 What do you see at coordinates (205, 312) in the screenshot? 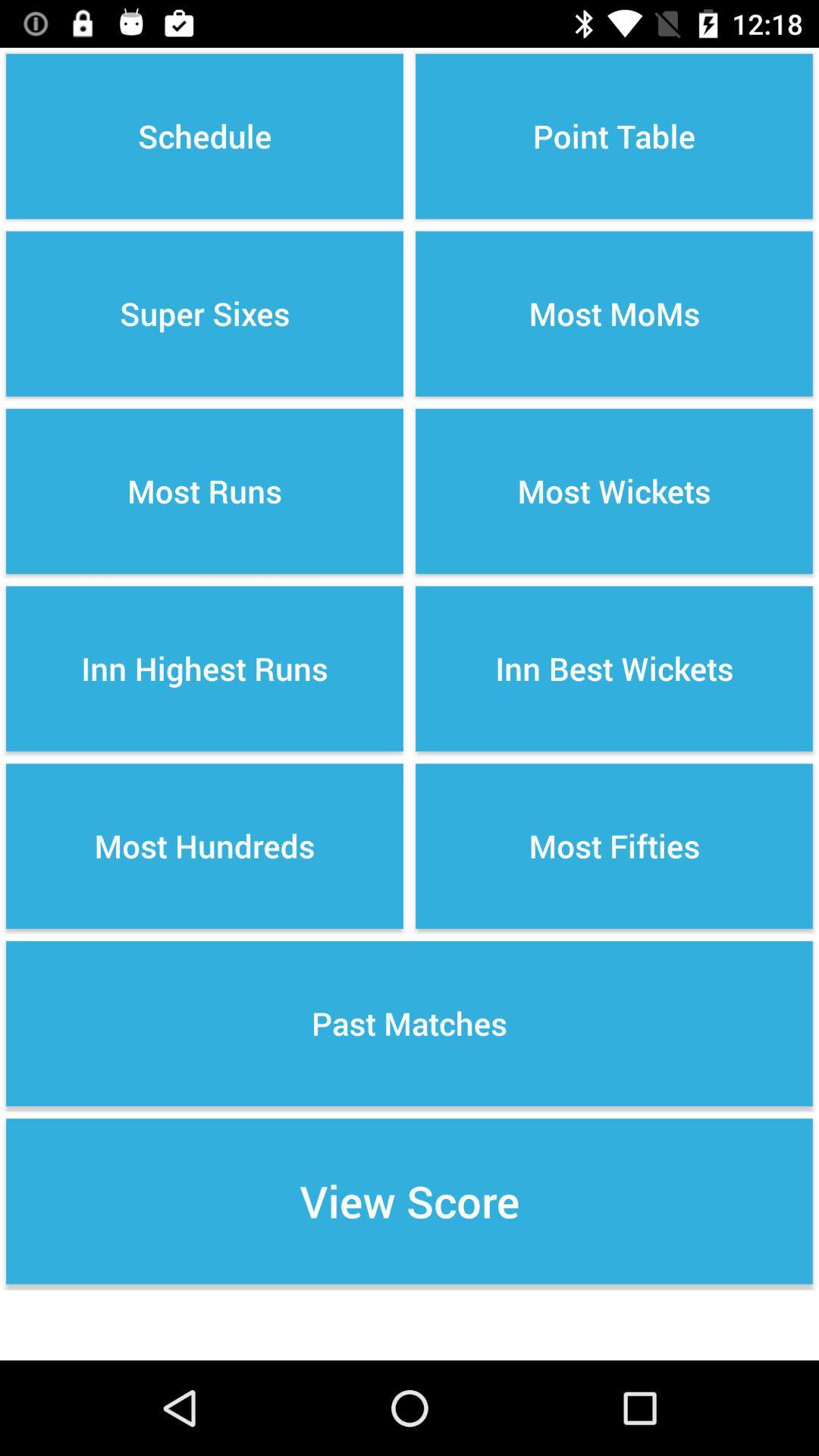
I see `item above the most runs item` at bounding box center [205, 312].